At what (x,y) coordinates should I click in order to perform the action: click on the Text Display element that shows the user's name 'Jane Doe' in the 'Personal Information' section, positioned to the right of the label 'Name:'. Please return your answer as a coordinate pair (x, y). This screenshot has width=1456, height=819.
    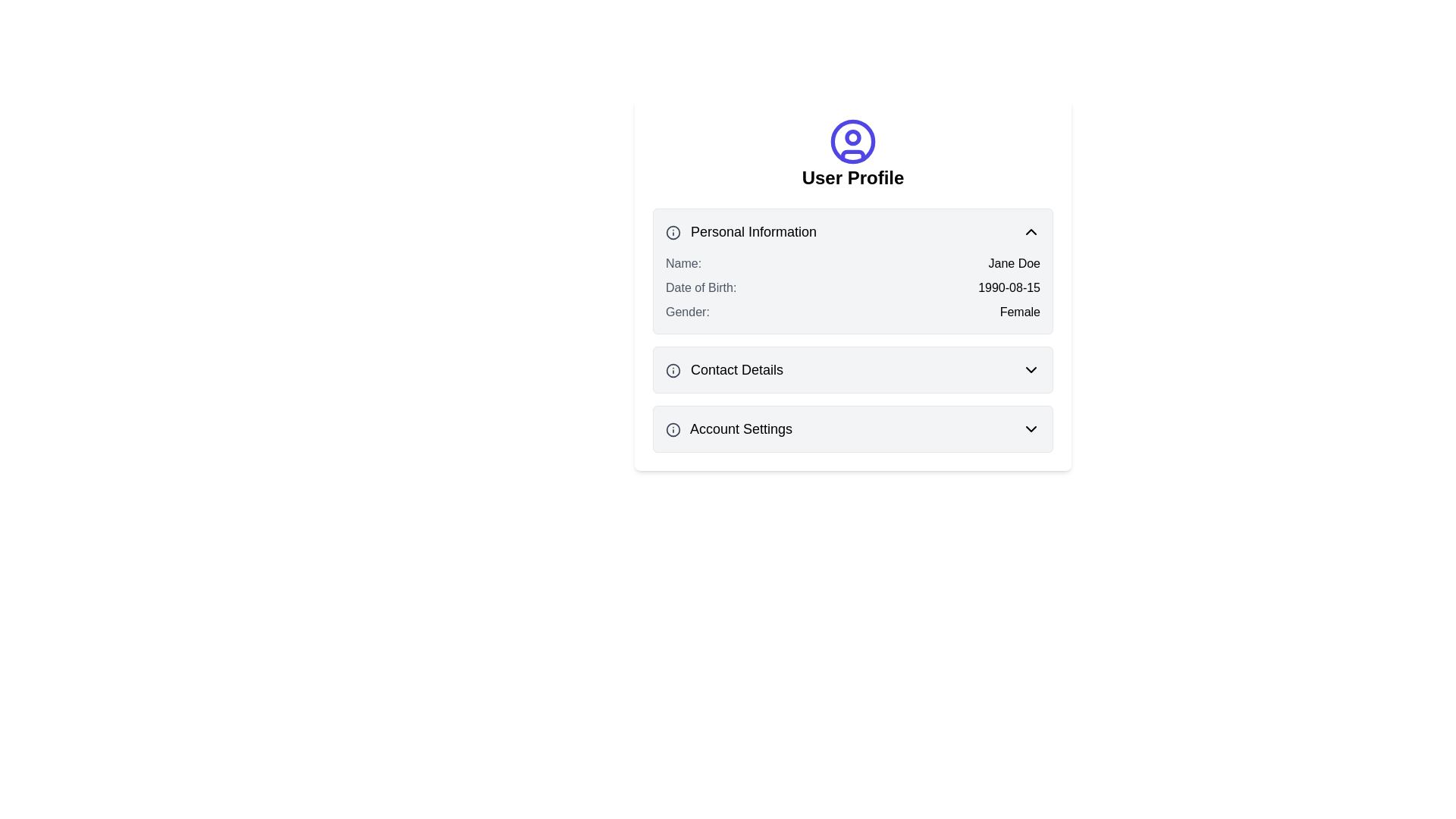
    Looking at the image, I should click on (1014, 262).